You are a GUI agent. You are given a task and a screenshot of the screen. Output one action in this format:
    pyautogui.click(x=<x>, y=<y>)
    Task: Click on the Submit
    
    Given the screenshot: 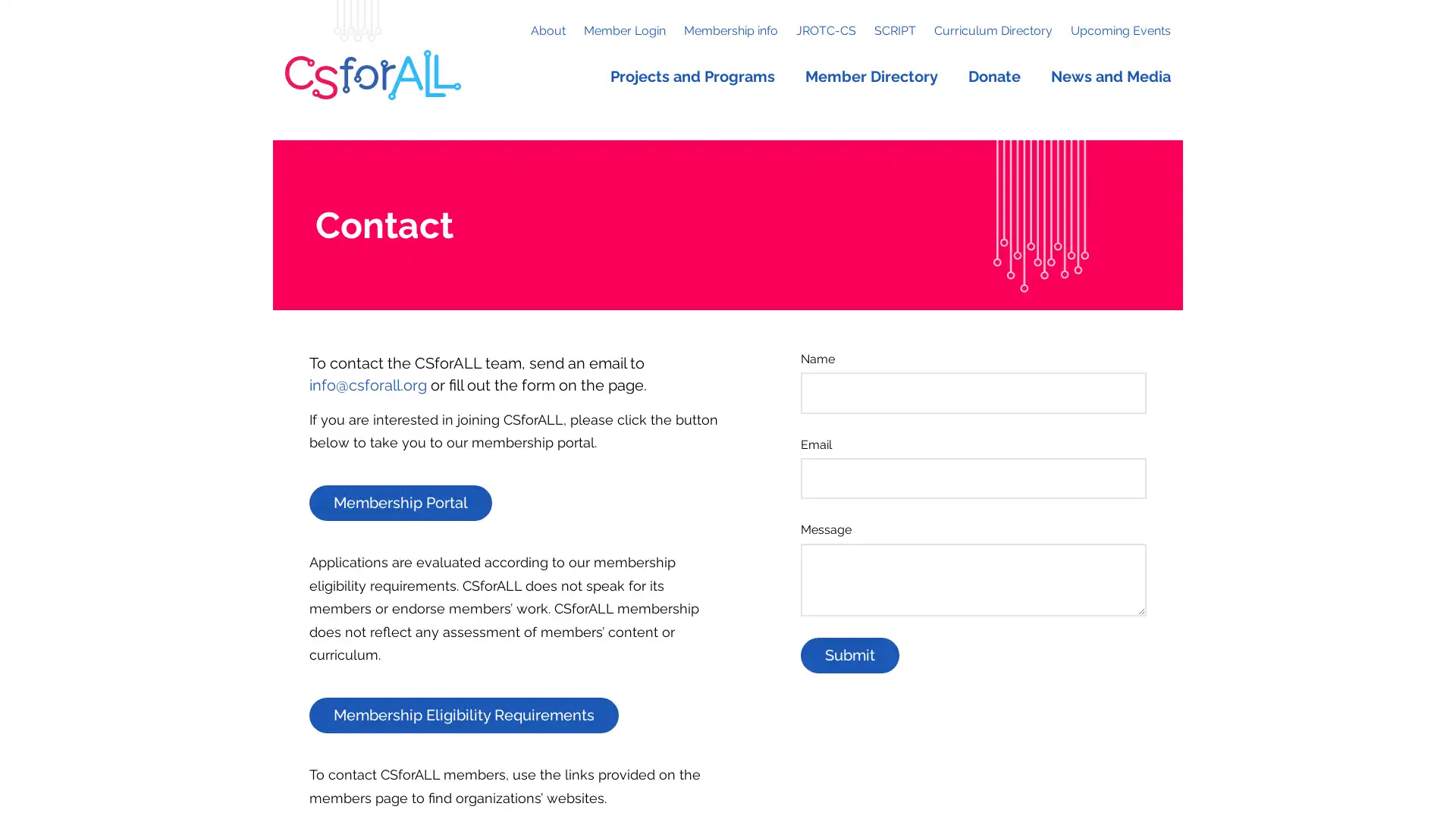 What is the action you would take?
    pyautogui.click(x=850, y=654)
    